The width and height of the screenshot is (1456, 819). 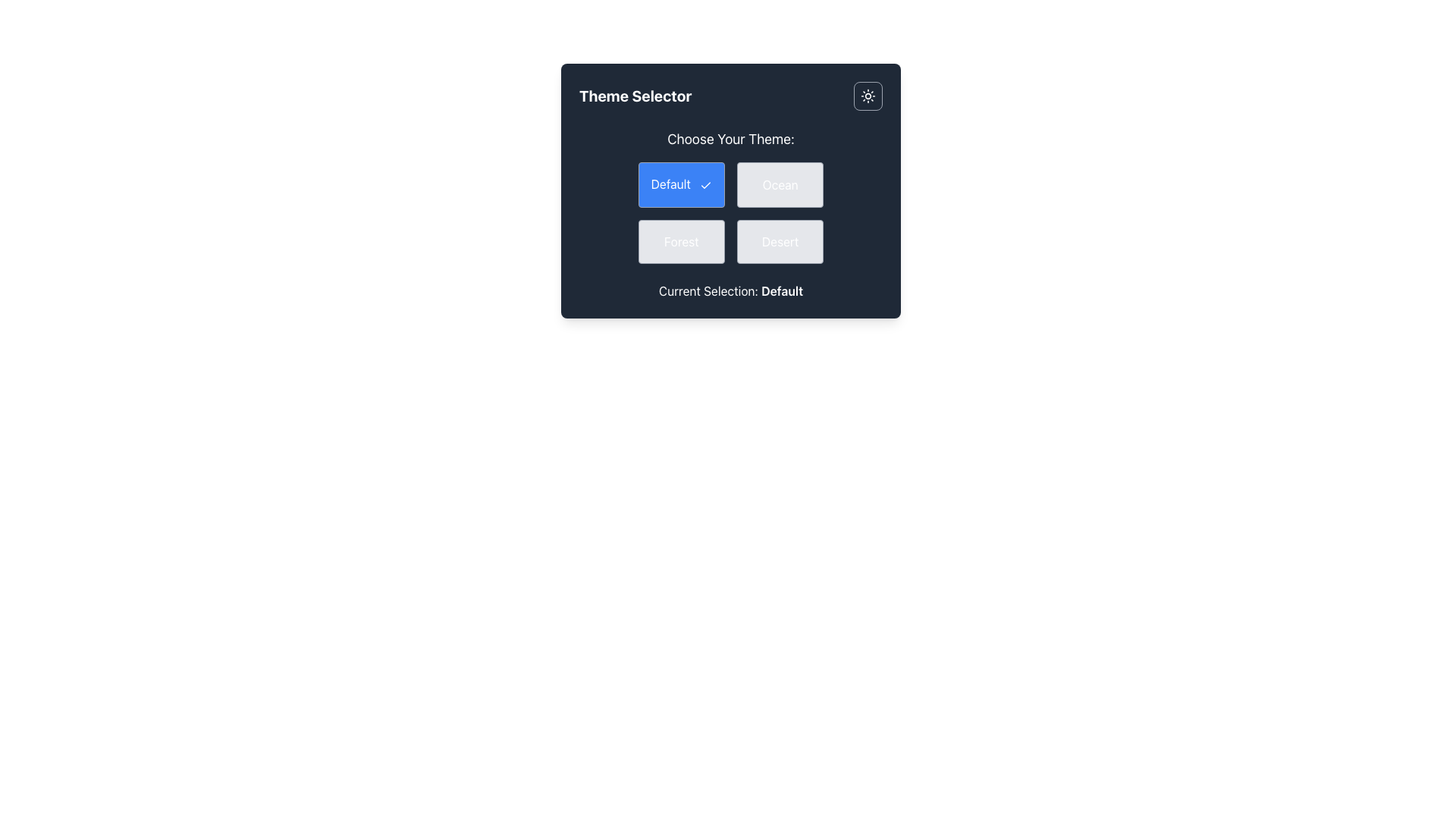 What do you see at coordinates (731, 195) in the screenshot?
I see `the 'Default' button within the 'Choose Your Theme:' section of the Theme Selector` at bounding box center [731, 195].